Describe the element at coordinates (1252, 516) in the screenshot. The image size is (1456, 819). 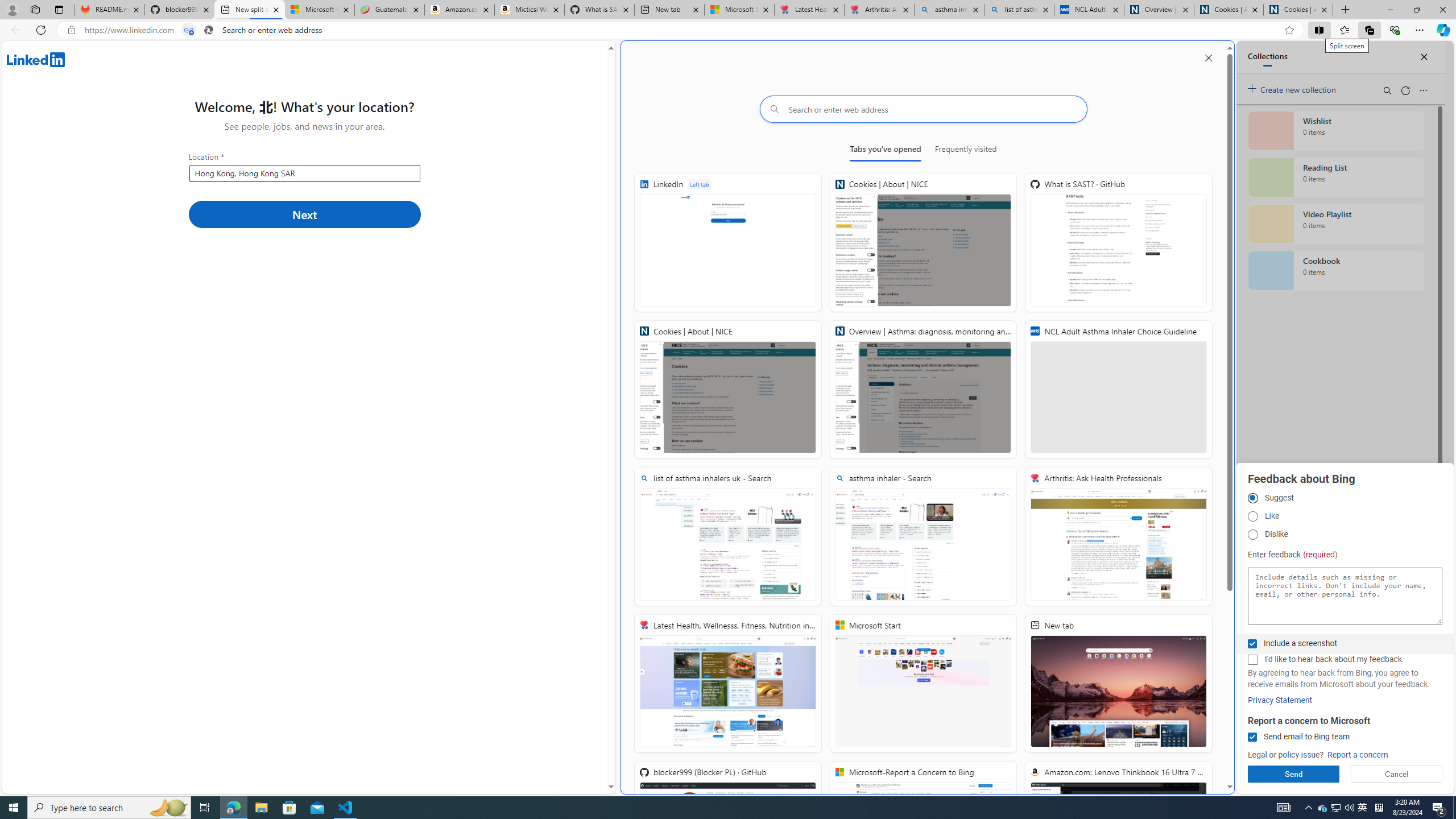
I see `'Like'` at that location.